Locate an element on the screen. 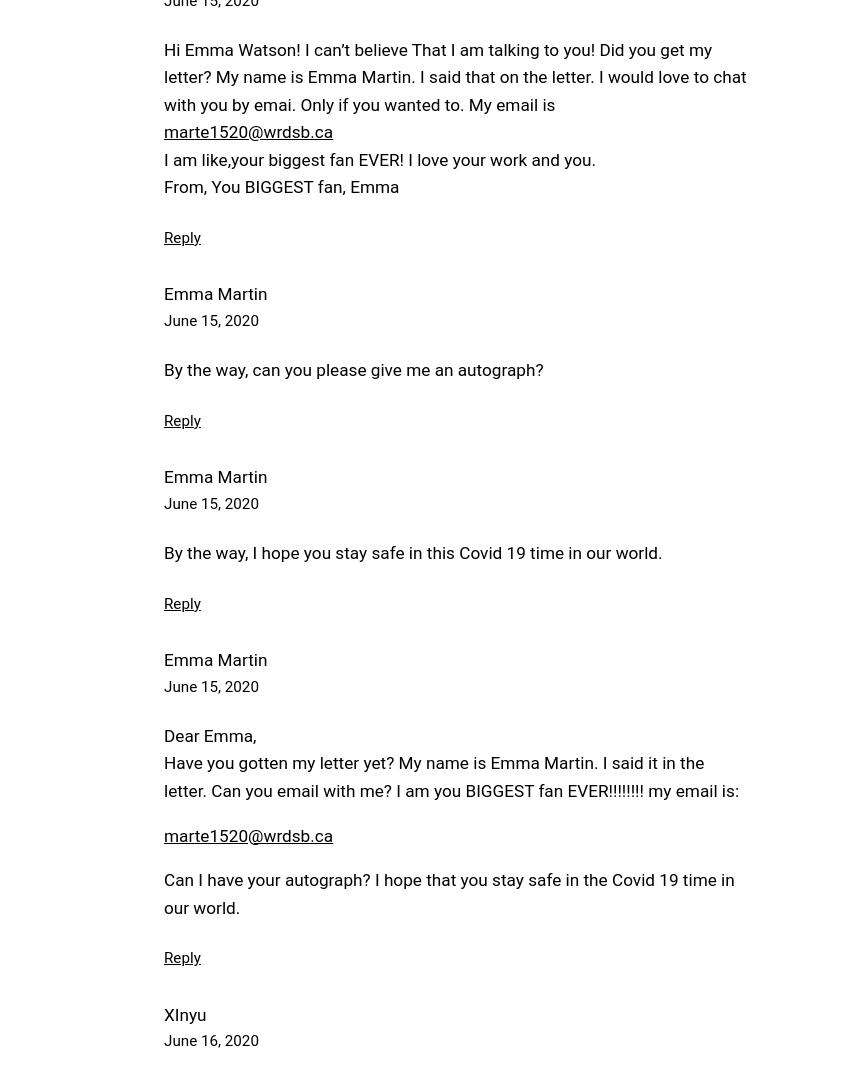 The height and width of the screenshot is (1074, 850). 'Dear Emma,' is located at coordinates (209, 735).